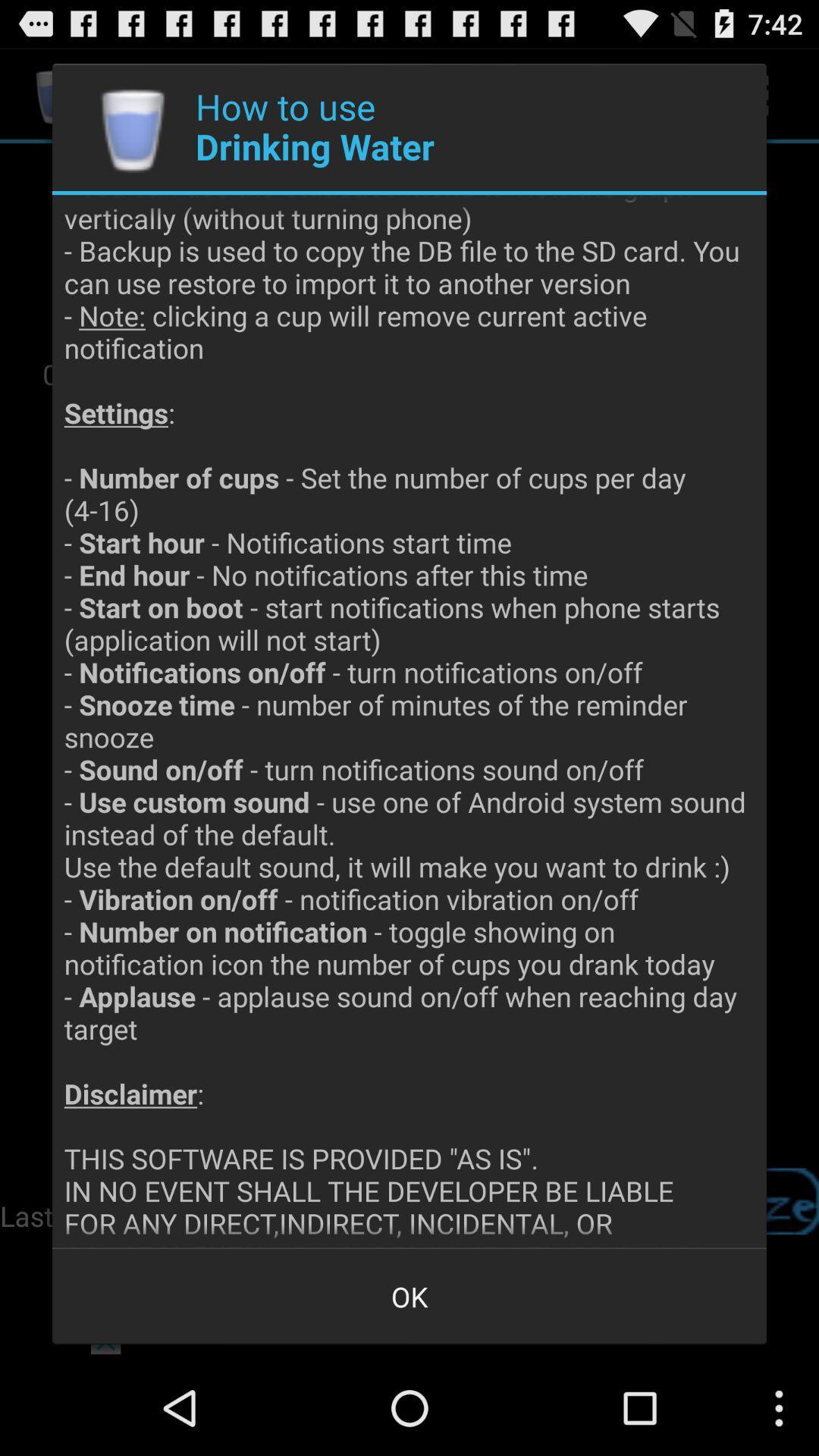  Describe the element at coordinates (409, 1295) in the screenshot. I see `button at the bottom` at that location.